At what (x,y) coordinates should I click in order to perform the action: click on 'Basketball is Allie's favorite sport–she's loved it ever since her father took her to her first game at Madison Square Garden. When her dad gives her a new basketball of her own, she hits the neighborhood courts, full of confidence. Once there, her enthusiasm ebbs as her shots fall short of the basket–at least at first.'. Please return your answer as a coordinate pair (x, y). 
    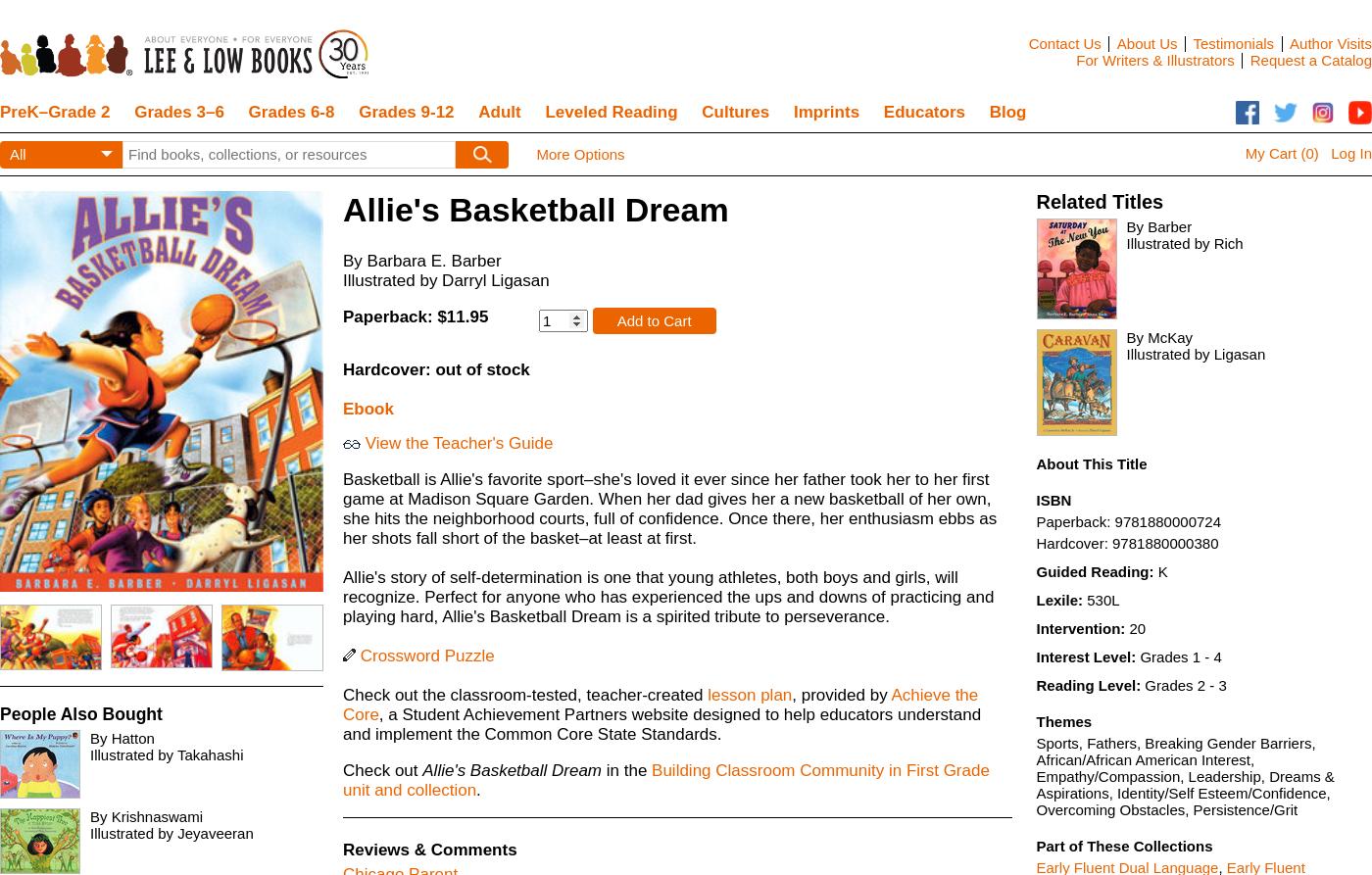
    Looking at the image, I should click on (669, 508).